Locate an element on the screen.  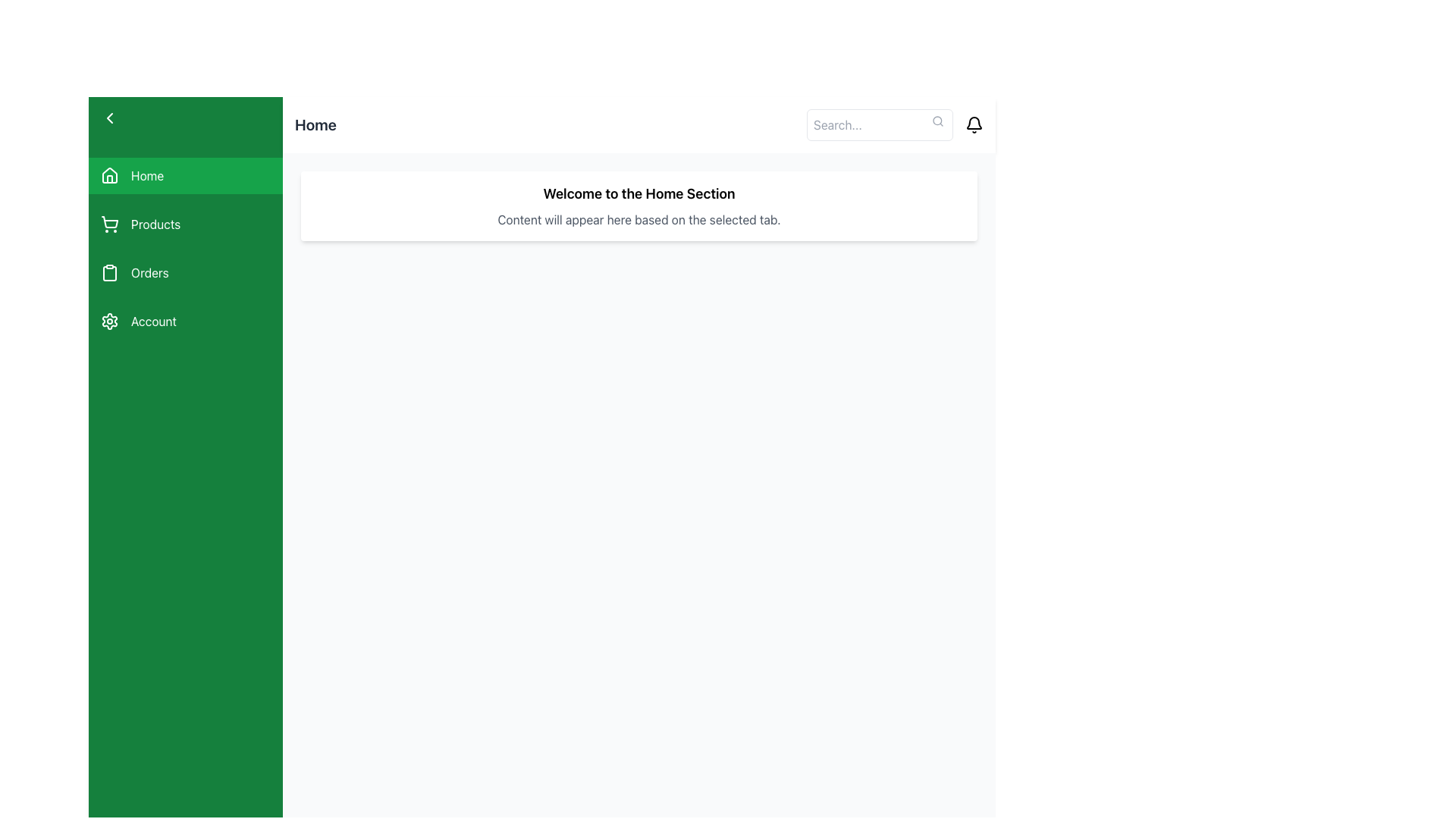
the central rectangular body of the shopping cart icon in the vertical navigation bar, which is the second icon after the 'Home' icon is located at coordinates (109, 222).